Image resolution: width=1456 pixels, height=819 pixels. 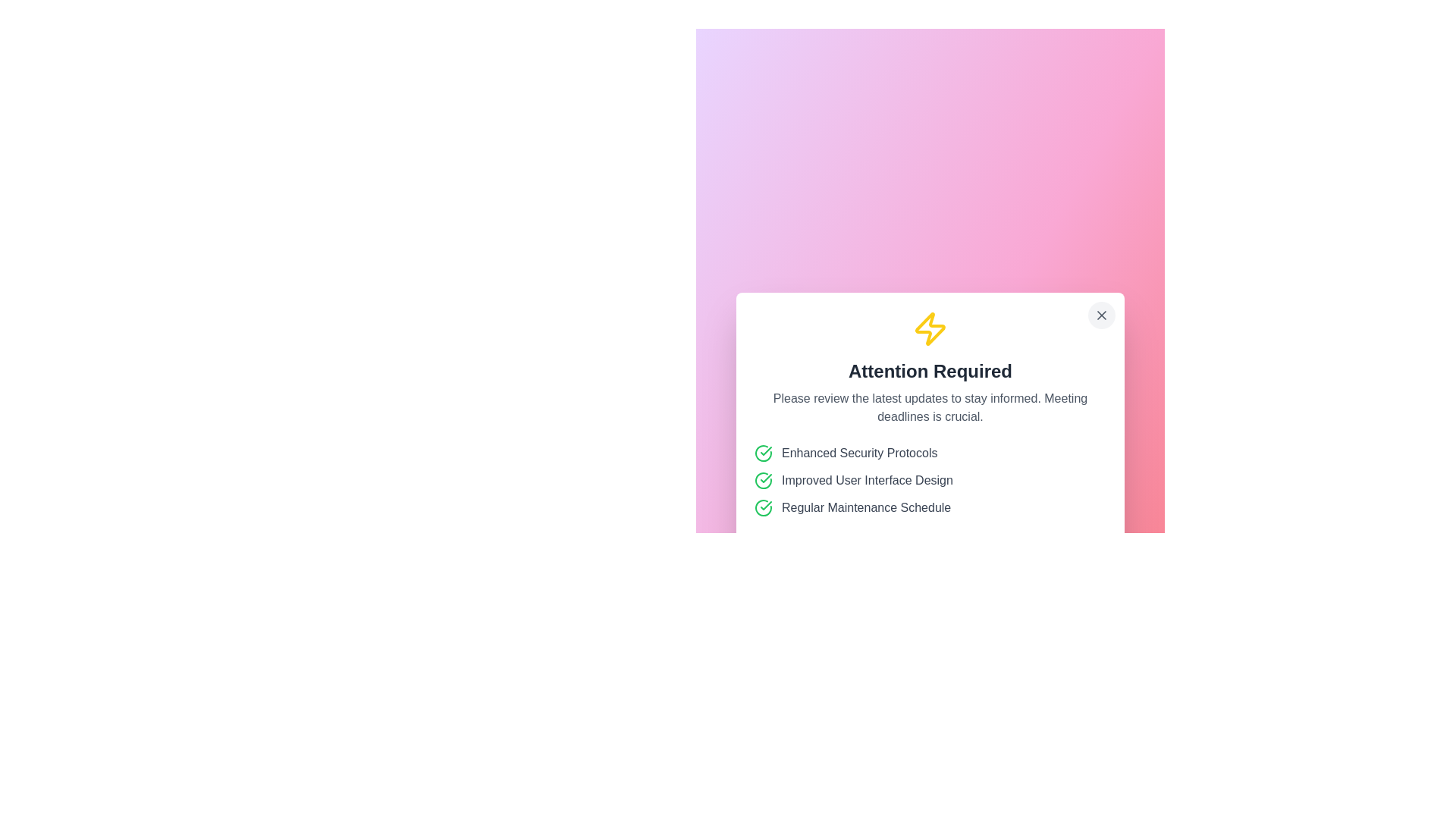 What do you see at coordinates (766, 450) in the screenshot?
I see `the status indicated by the Checkmark icon located in the middle of the green circular icon next to the 'Enhanced Security Protocols' text` at bounding box center [766, 450].